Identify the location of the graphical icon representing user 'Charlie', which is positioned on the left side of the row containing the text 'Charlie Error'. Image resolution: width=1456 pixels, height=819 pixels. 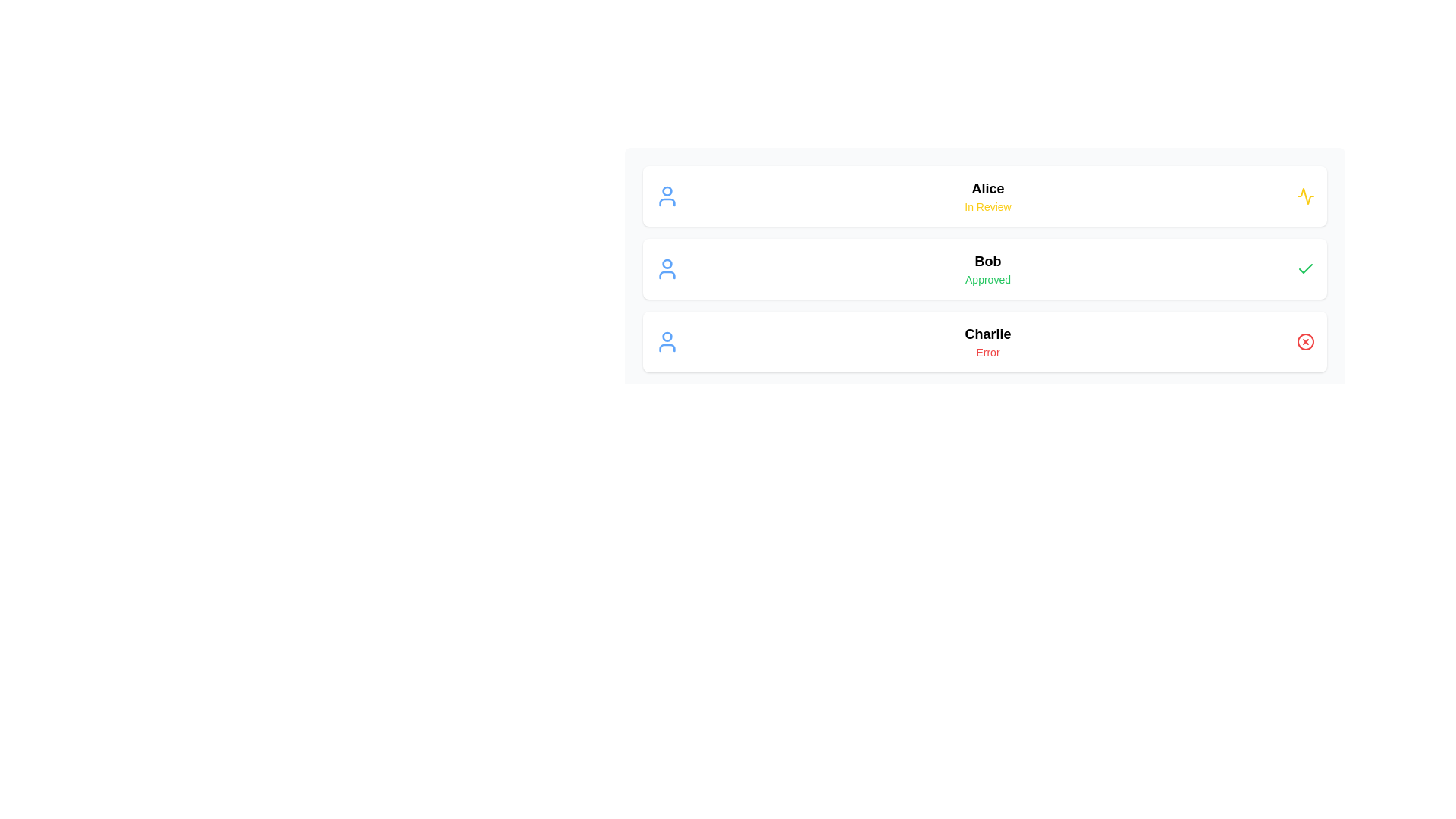
(667, 342).